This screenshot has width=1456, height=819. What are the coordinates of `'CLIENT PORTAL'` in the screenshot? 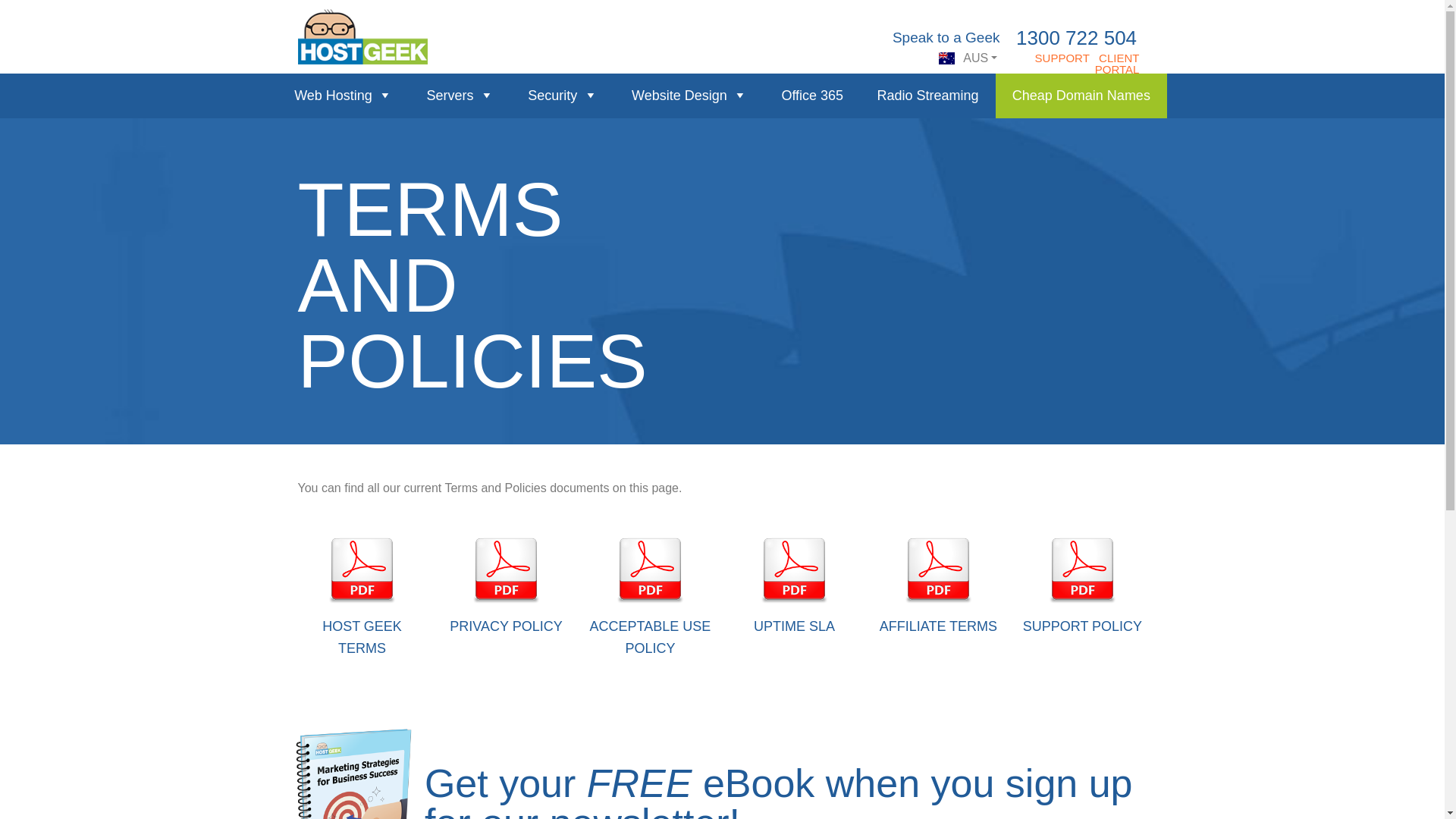 It's located at (1117, 63).